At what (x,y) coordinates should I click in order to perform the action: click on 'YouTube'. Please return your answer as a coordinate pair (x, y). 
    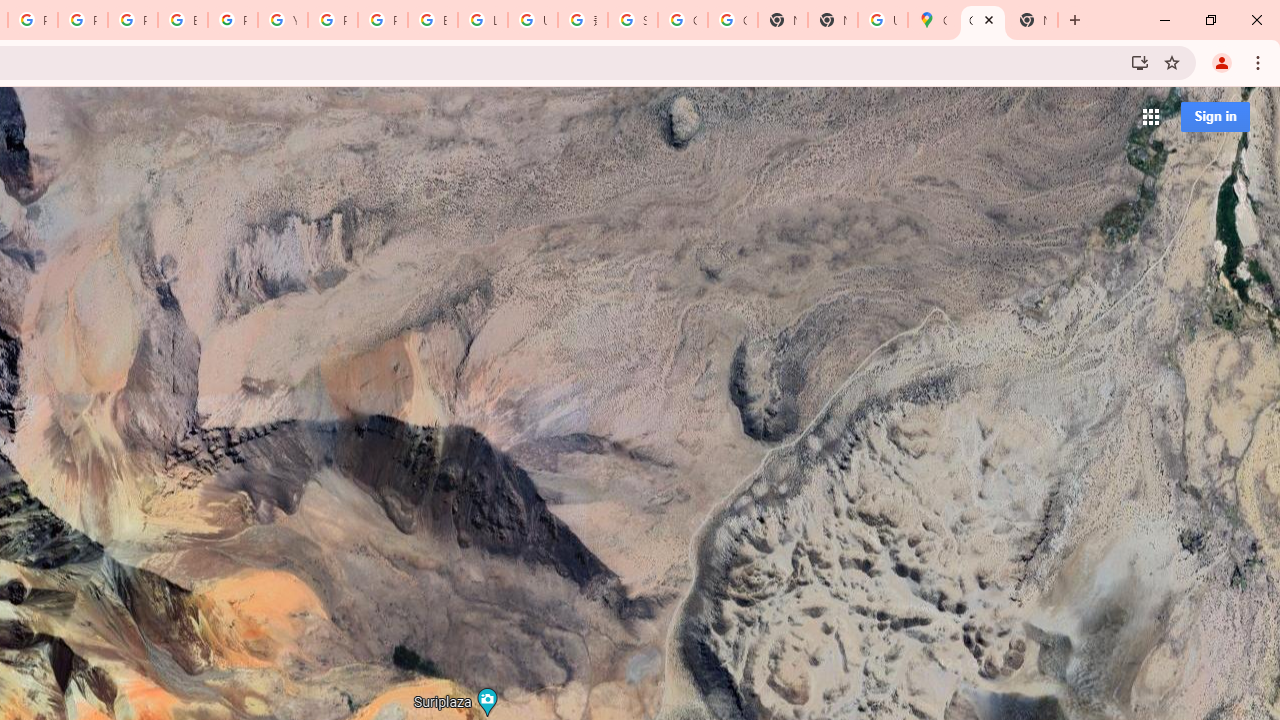
    Looking at the image, I should click on (282, 20).